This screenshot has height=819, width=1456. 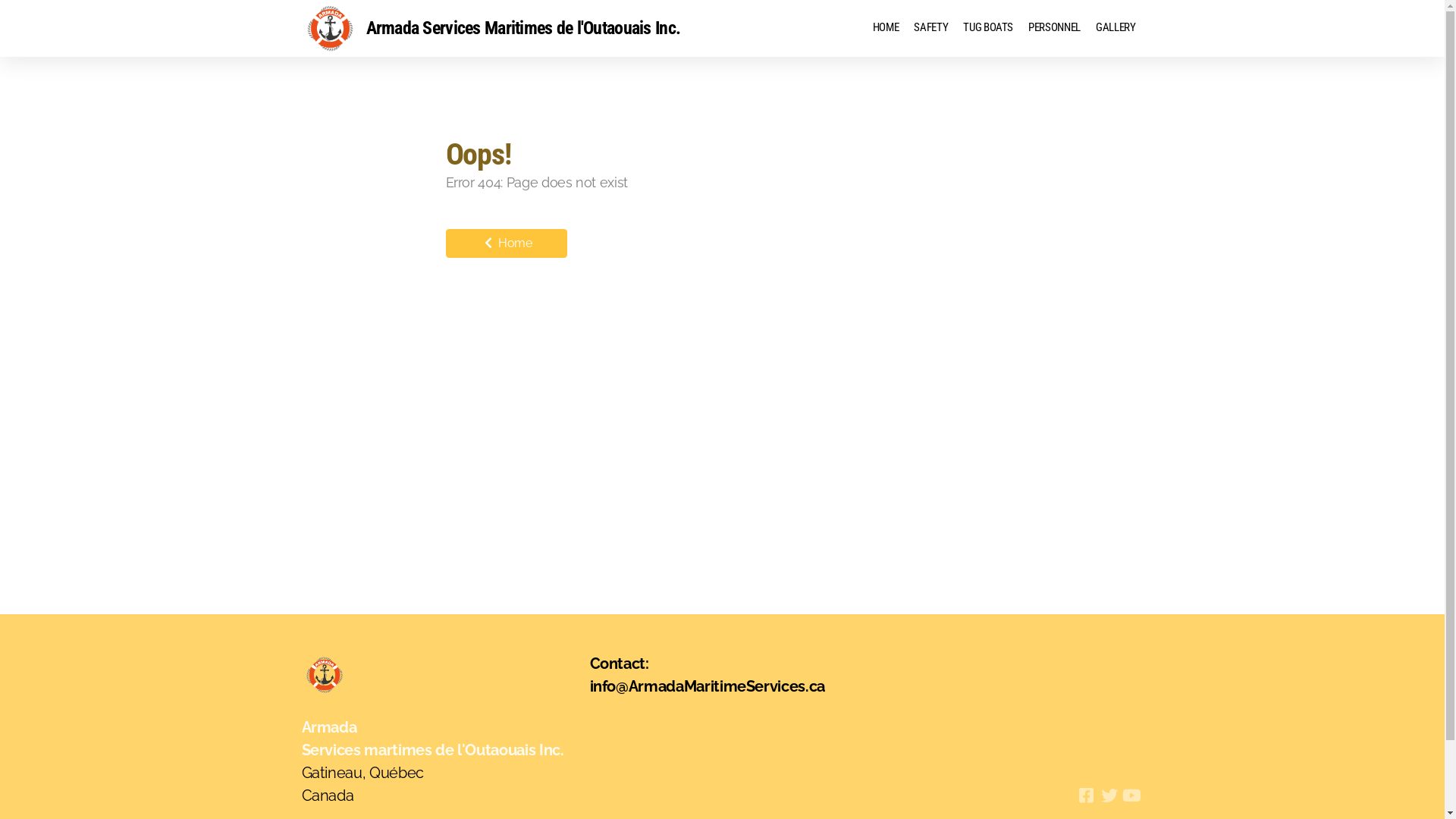 I want to click on 'TUG BOATS', so click(x=954, y=28).